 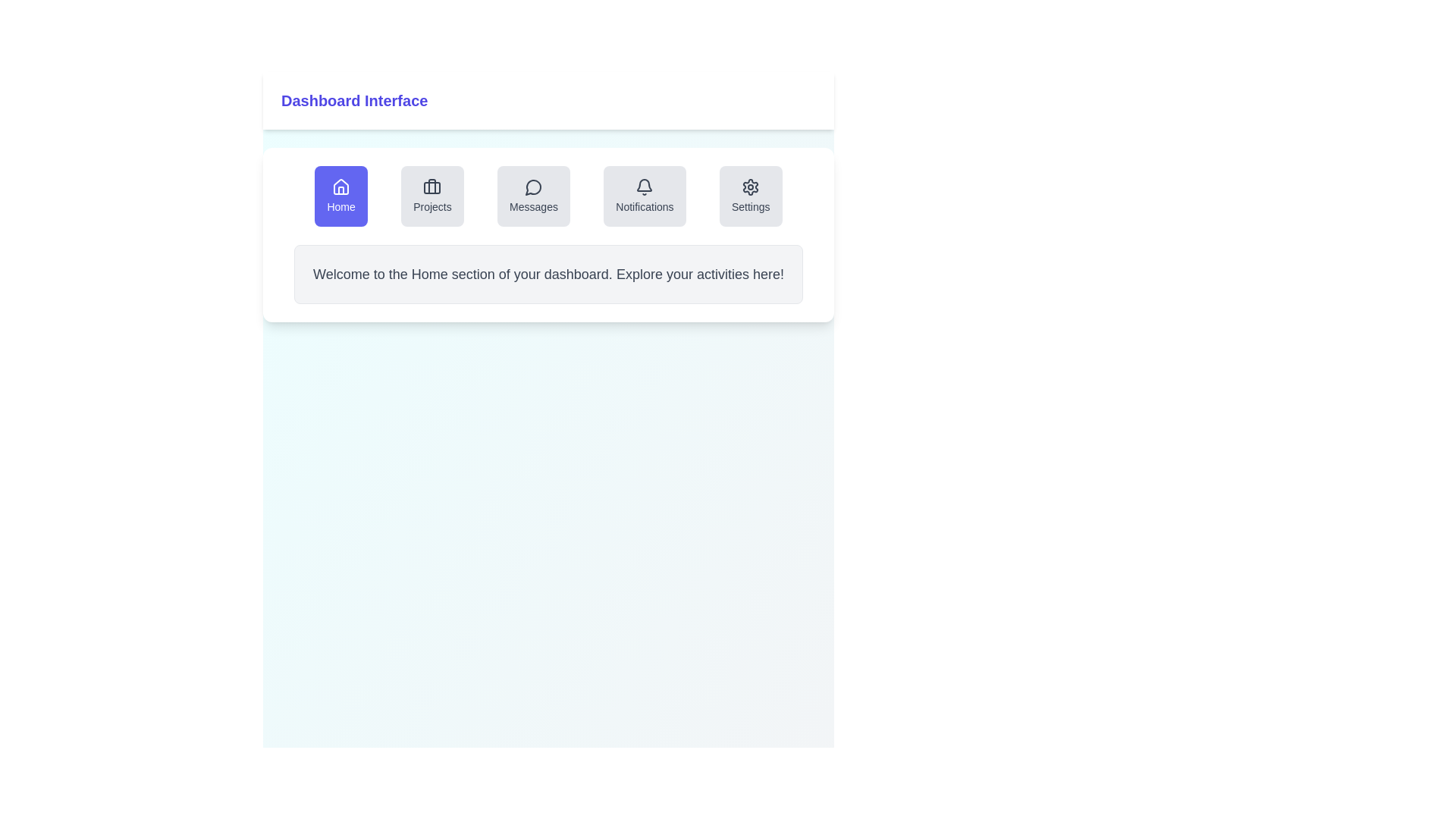 What do you see at coordinates (548, 275) in the screenshot?
I see `the welcome text block that provides a brief description of the Home section's purpose, guiding users` at bounding box center [548, 275].